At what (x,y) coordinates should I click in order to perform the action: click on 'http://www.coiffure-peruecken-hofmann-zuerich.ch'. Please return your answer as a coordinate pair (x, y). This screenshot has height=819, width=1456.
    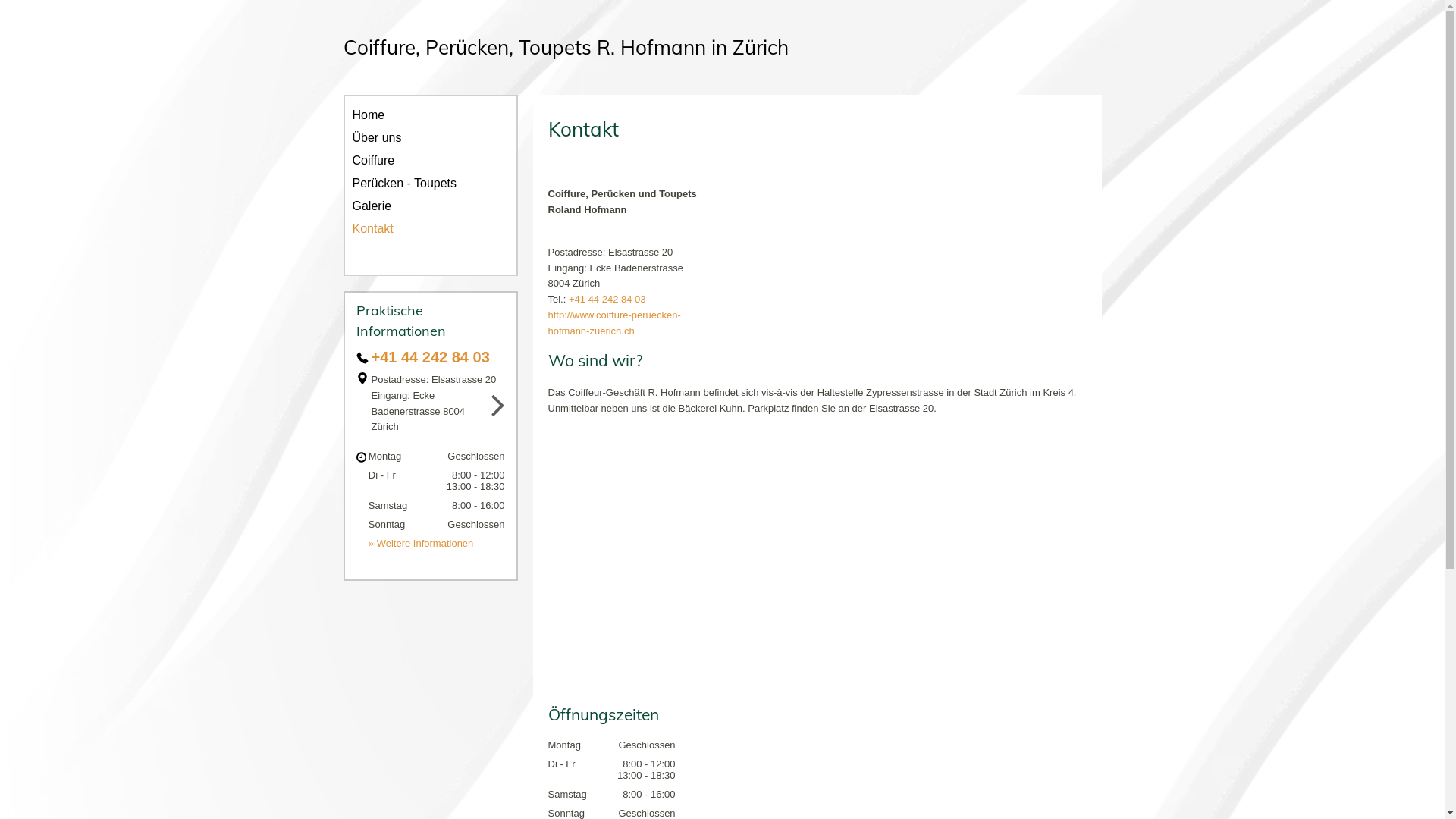
    Looking at the image, I should click on (613, 322).